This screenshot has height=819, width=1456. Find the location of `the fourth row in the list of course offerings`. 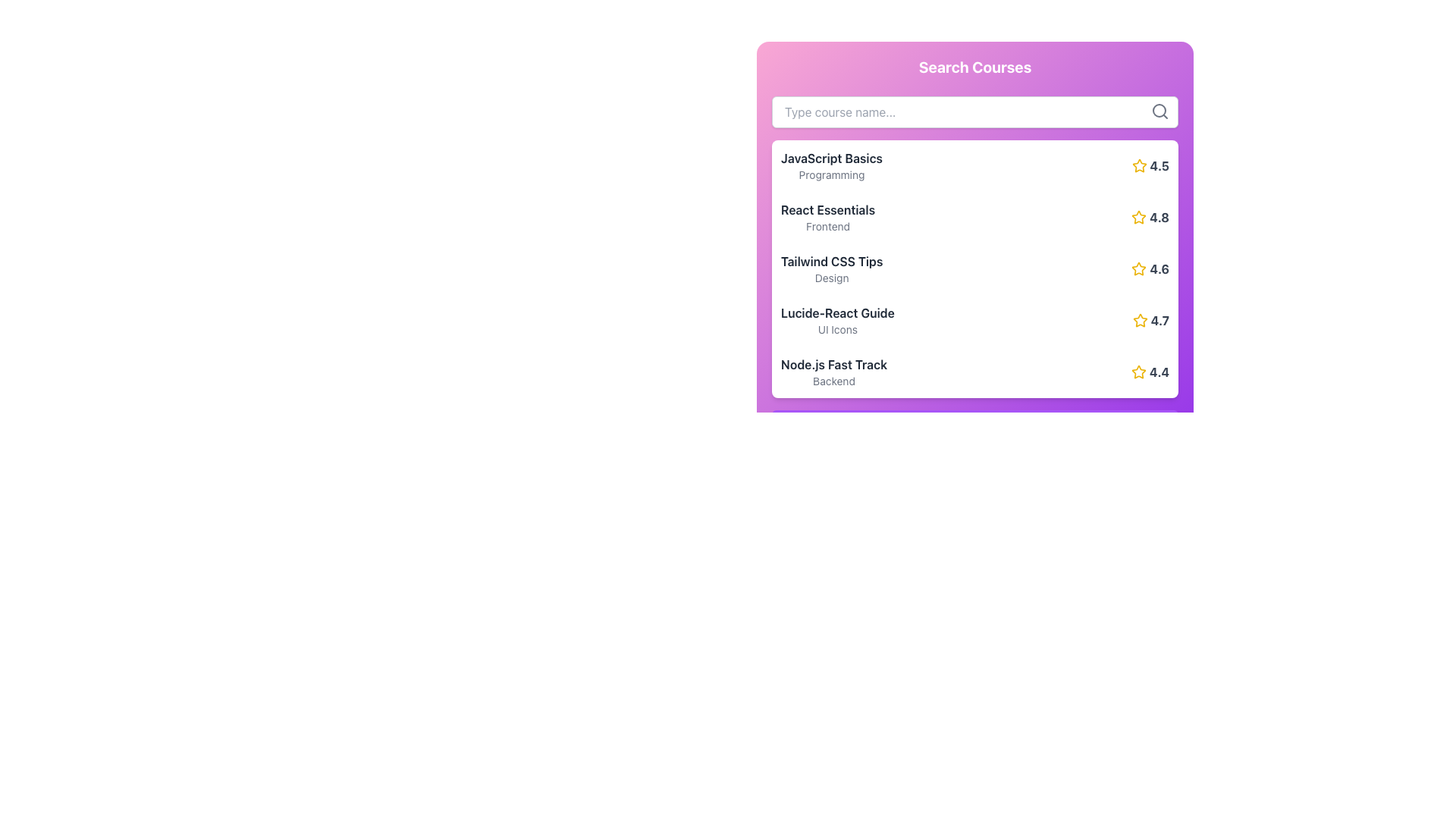

the fourth row in the list of course offerings is located at coordinates (975, 320).